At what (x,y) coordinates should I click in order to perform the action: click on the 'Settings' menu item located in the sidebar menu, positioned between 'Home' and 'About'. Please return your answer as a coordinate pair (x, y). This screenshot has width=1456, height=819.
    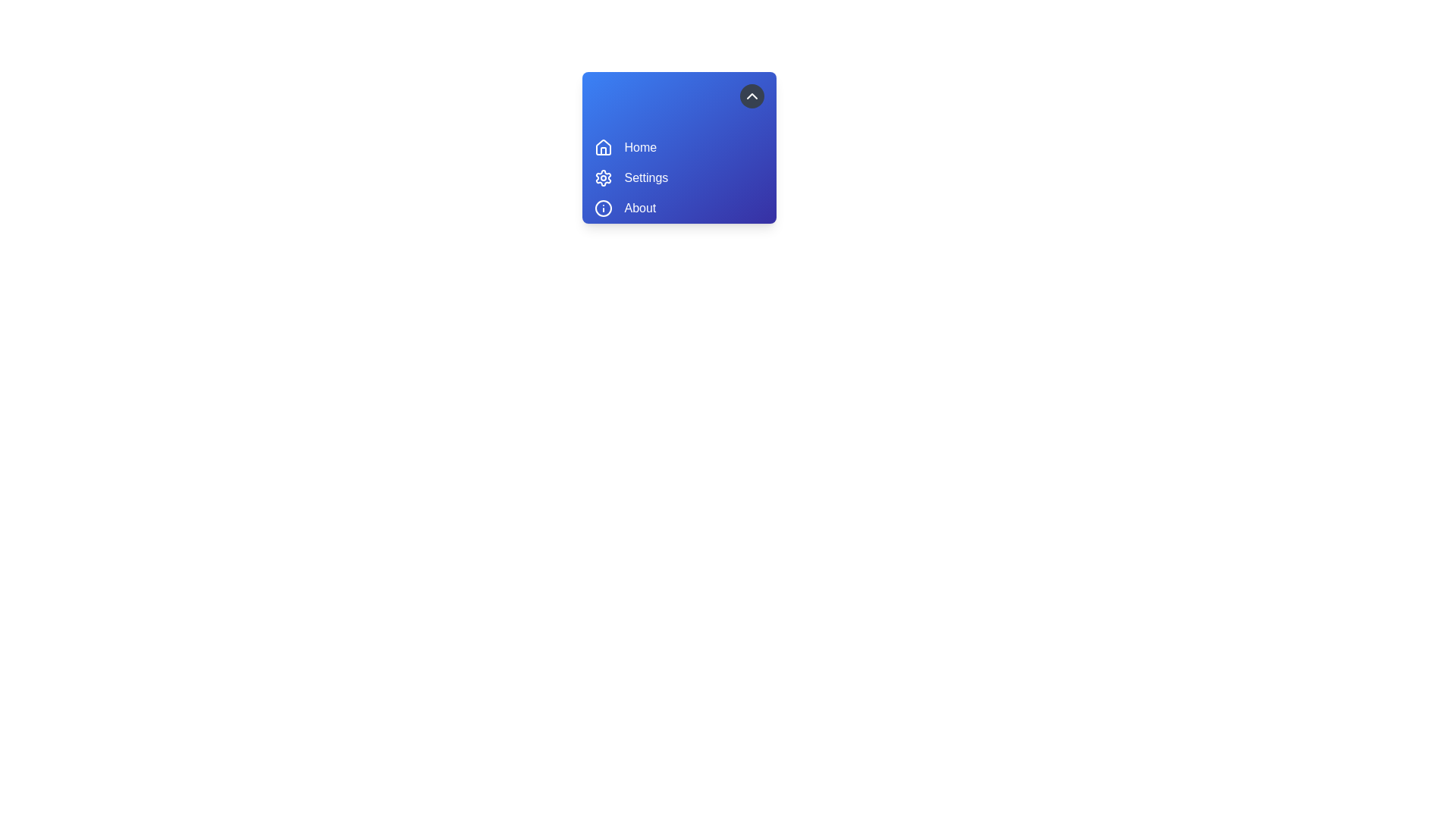
    Looking at the image, I should click on (678, 177).